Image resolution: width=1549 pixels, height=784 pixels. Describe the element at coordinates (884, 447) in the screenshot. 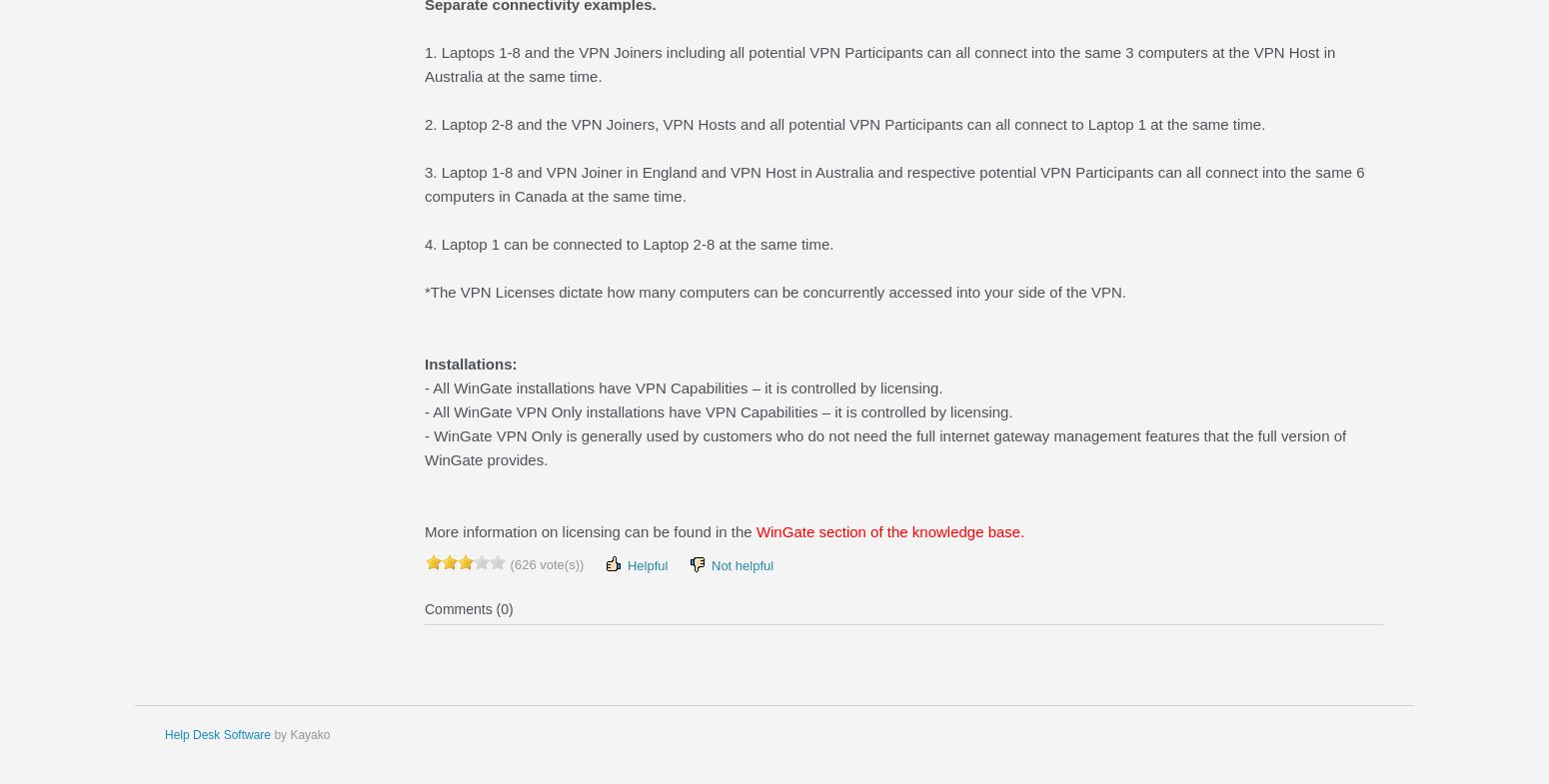

I see `'- WinGate VPN Only is generally used by customers who do not need the full internet gateway management features that the full version of WinGate provides.'` at that location.